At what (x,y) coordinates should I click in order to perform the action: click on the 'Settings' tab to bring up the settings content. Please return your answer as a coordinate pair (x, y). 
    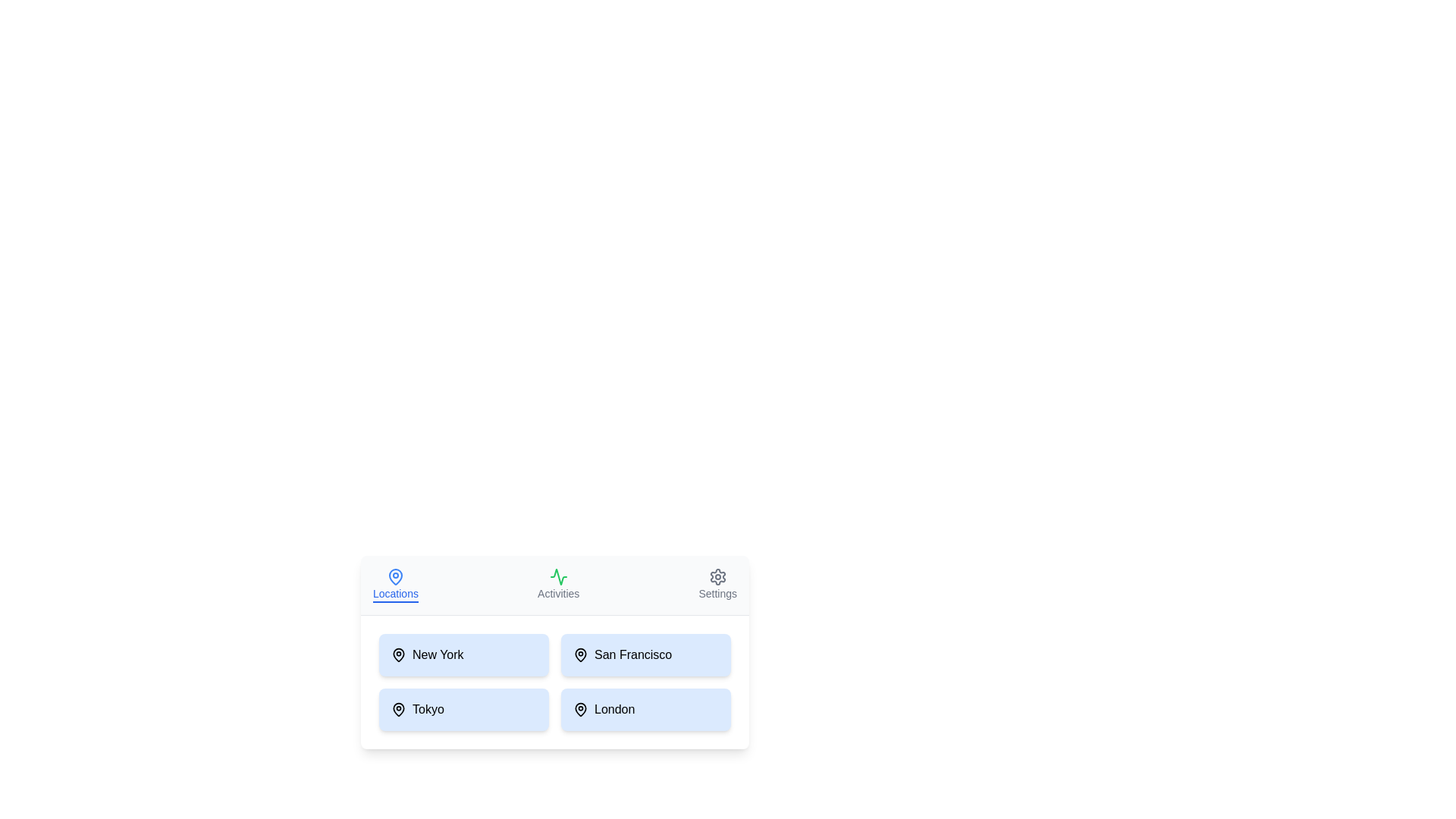
    Looking at the image, I should click on (717, 584).